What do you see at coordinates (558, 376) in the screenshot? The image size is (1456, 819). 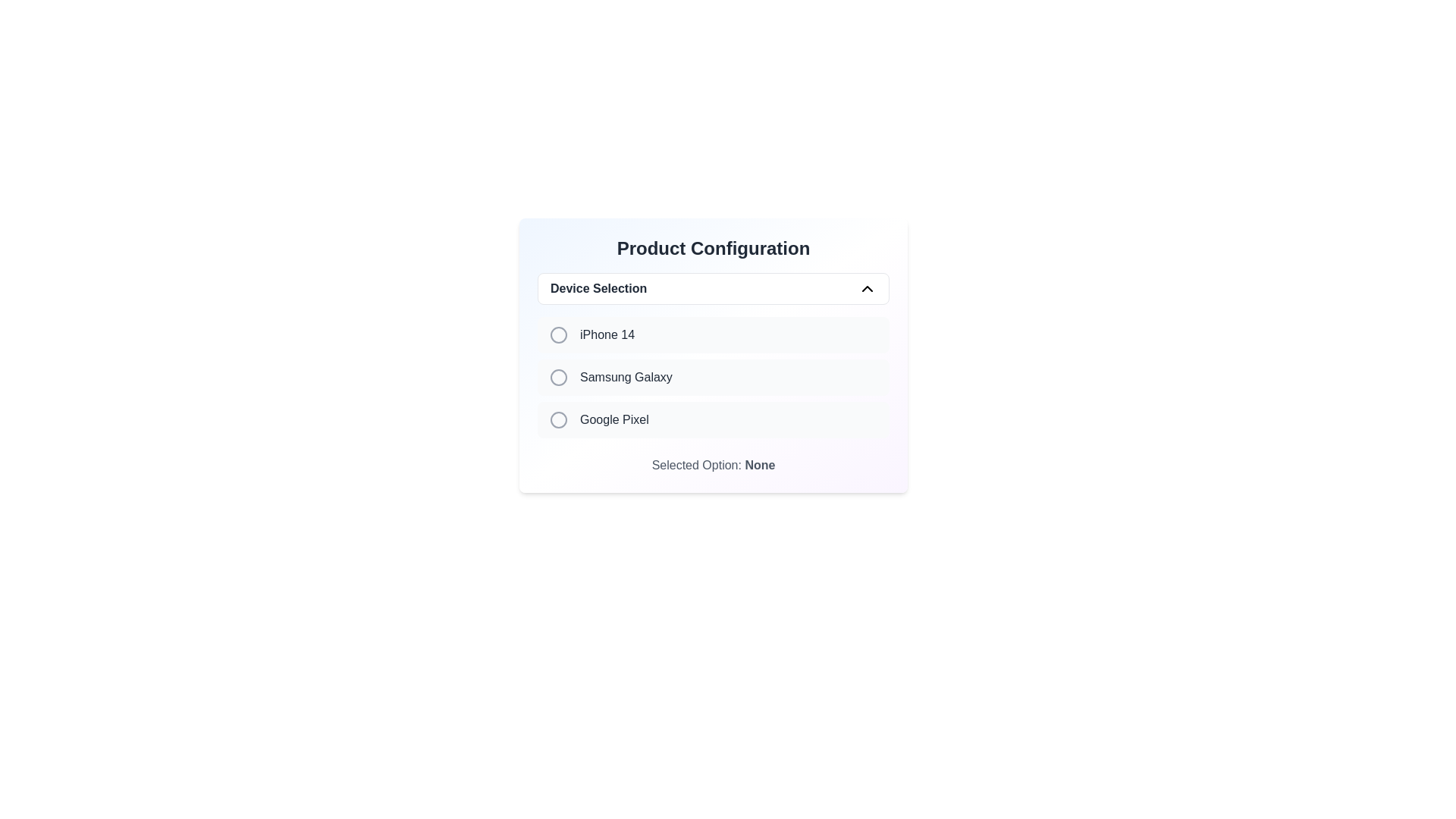 I see `the radio button associated with the 'Samsung Galaxy' option` at bounding box center [558, 376].